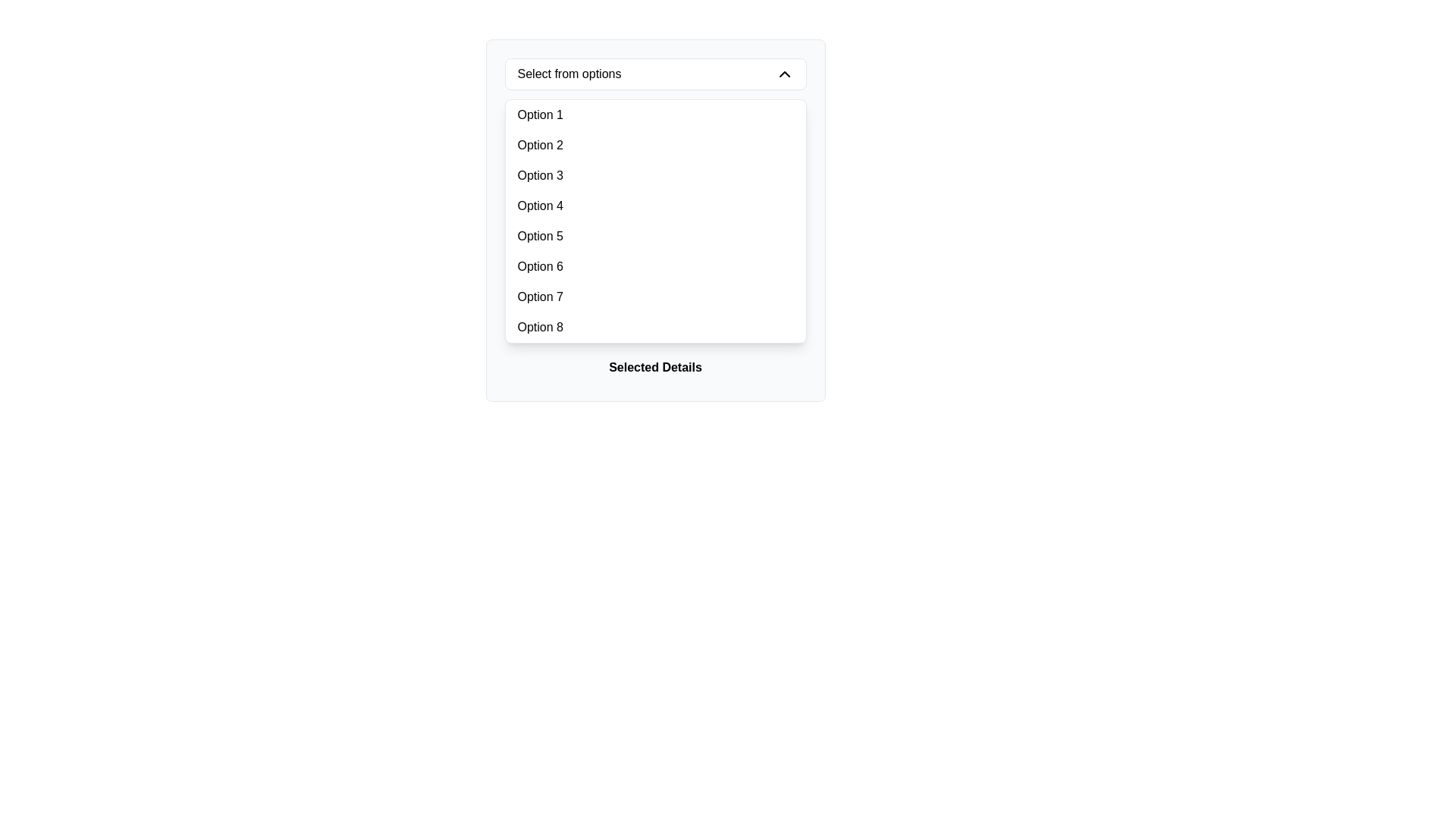  I want to click on the fourth item in the dropdown menu, so click(655, 206).